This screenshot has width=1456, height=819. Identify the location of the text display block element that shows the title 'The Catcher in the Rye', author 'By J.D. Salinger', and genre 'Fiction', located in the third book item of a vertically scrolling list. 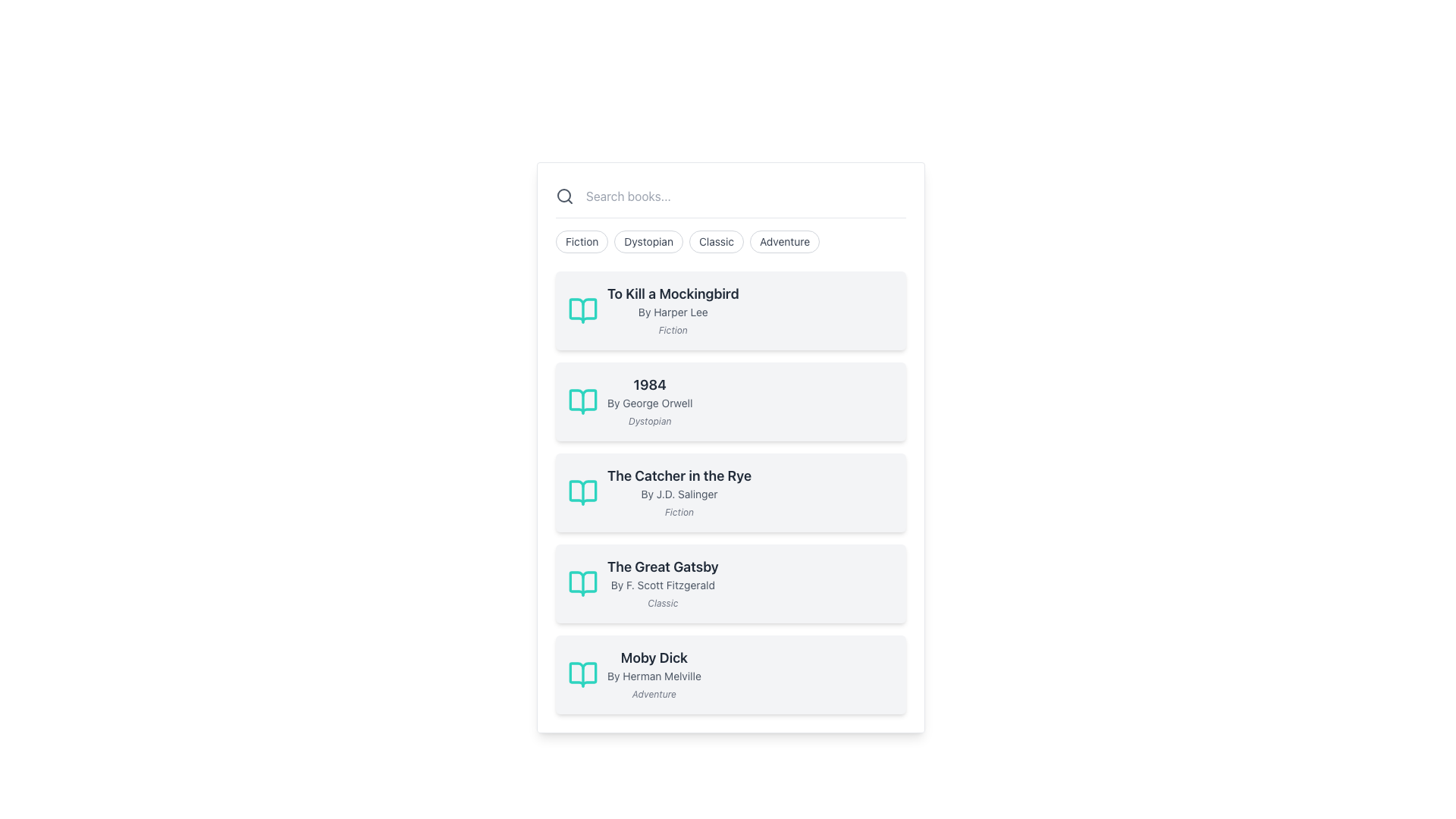
(679, 493).